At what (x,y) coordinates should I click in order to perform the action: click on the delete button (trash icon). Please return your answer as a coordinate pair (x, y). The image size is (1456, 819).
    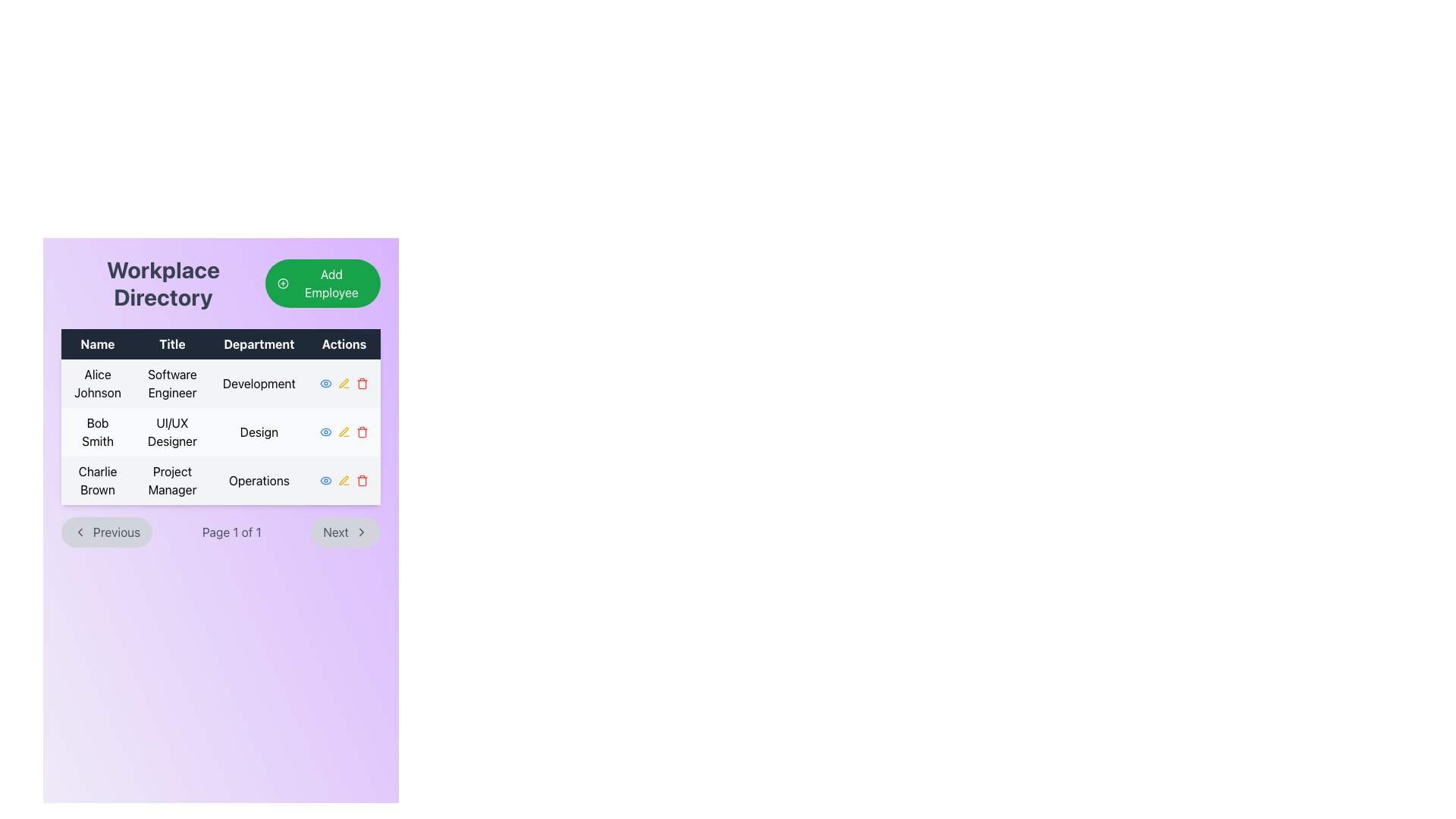
    Looking at the image, I should click on (361, 432).